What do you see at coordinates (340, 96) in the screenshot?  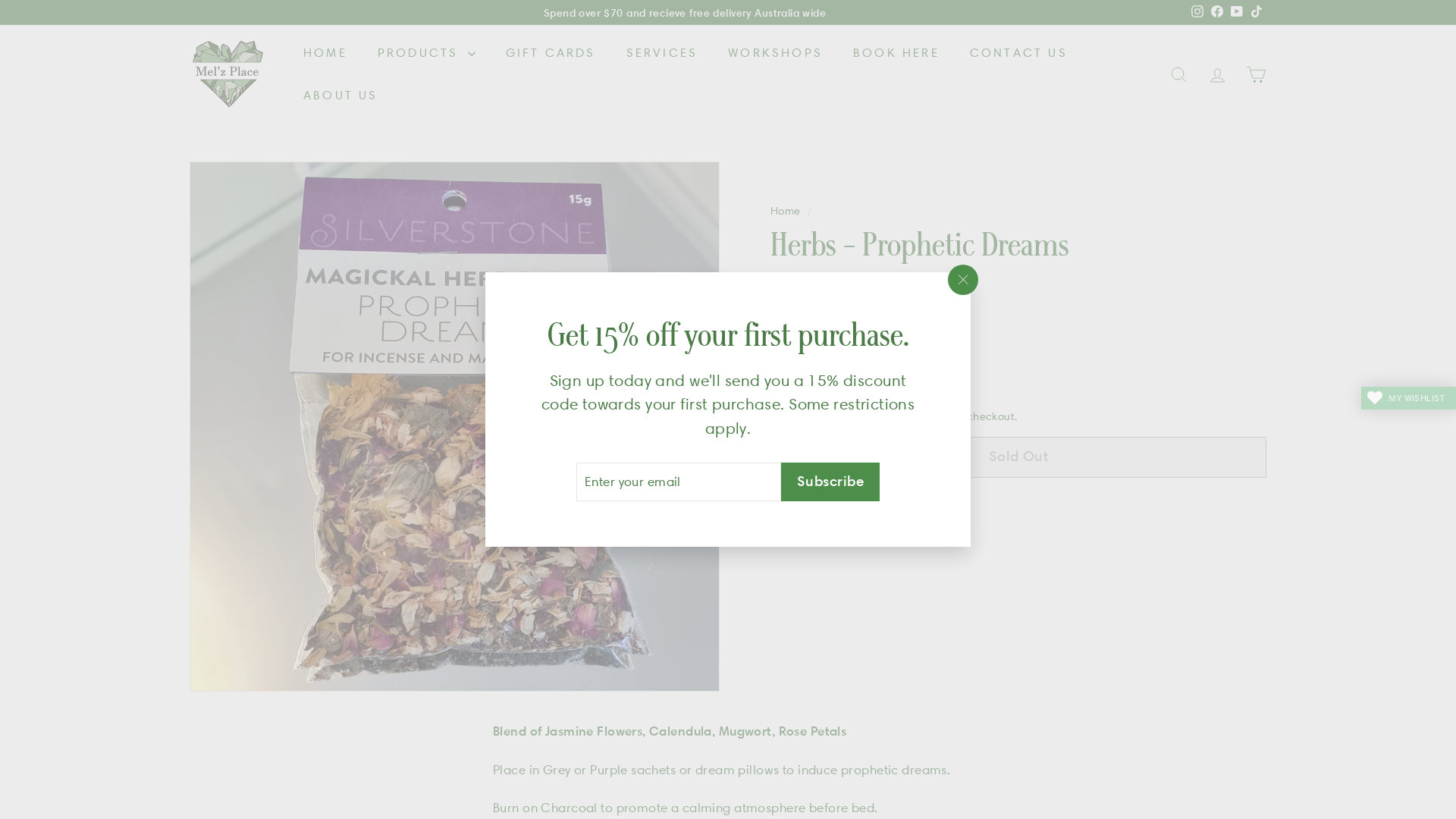 I see `'ABOUT US'` at bounding box center [340, 96].